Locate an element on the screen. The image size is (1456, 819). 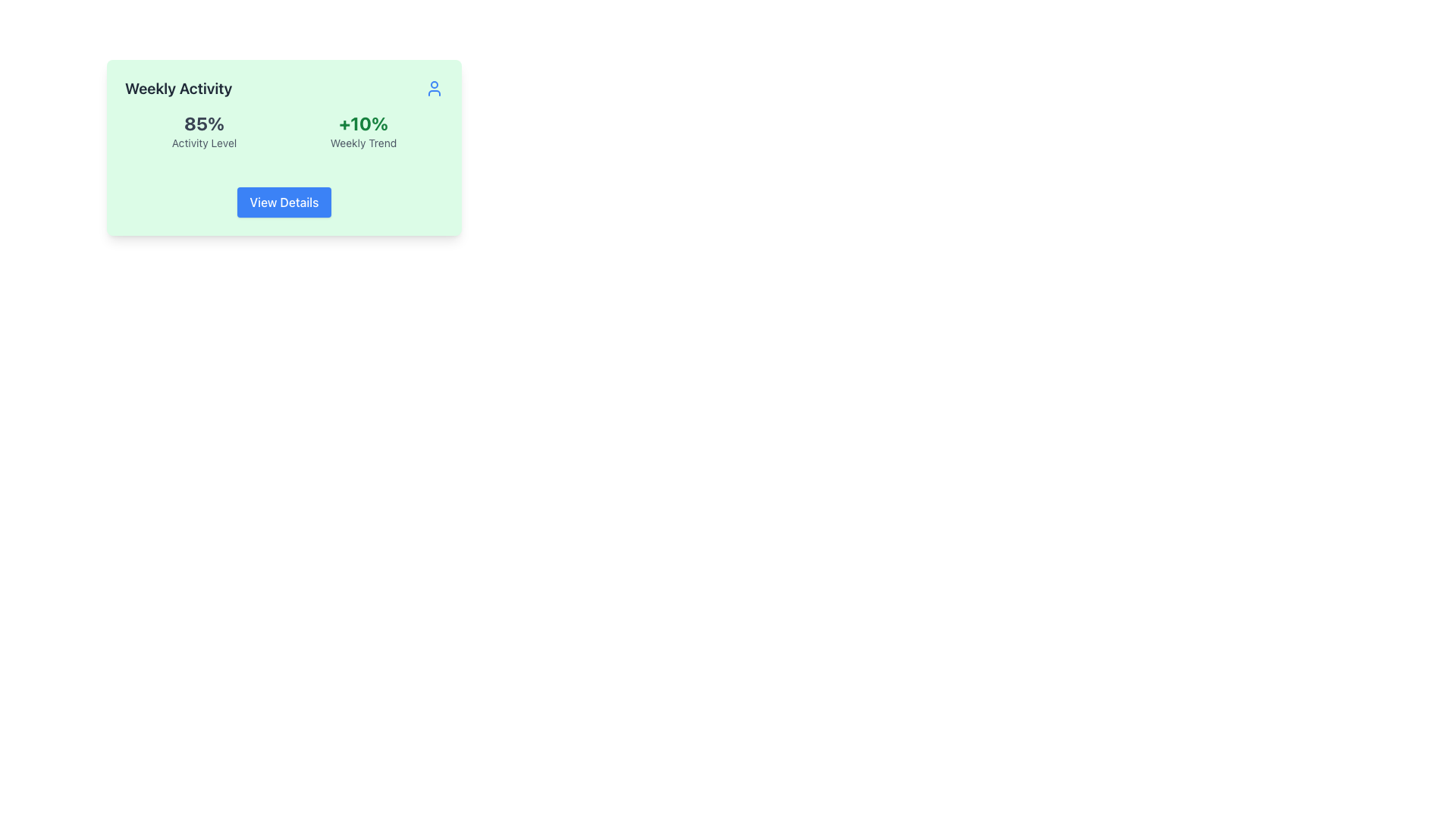
the blue button with white bold text that reads 'View Details' located at the bottom center of the green card displaying 'Weekly Activity' is located at coordinates (284, 201).